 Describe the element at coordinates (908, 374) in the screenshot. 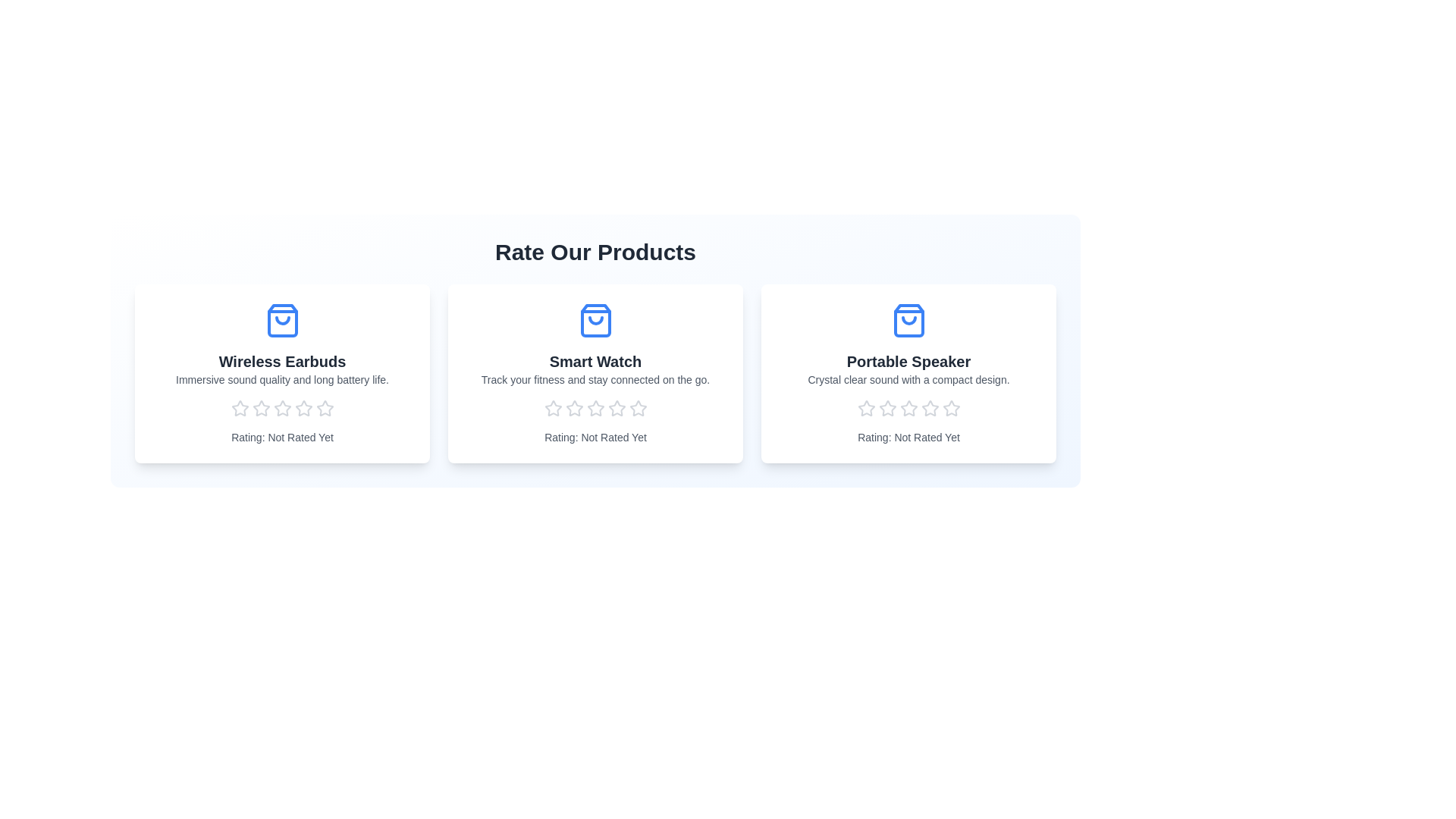

I see `the product card for Portable Speaker` at that location.